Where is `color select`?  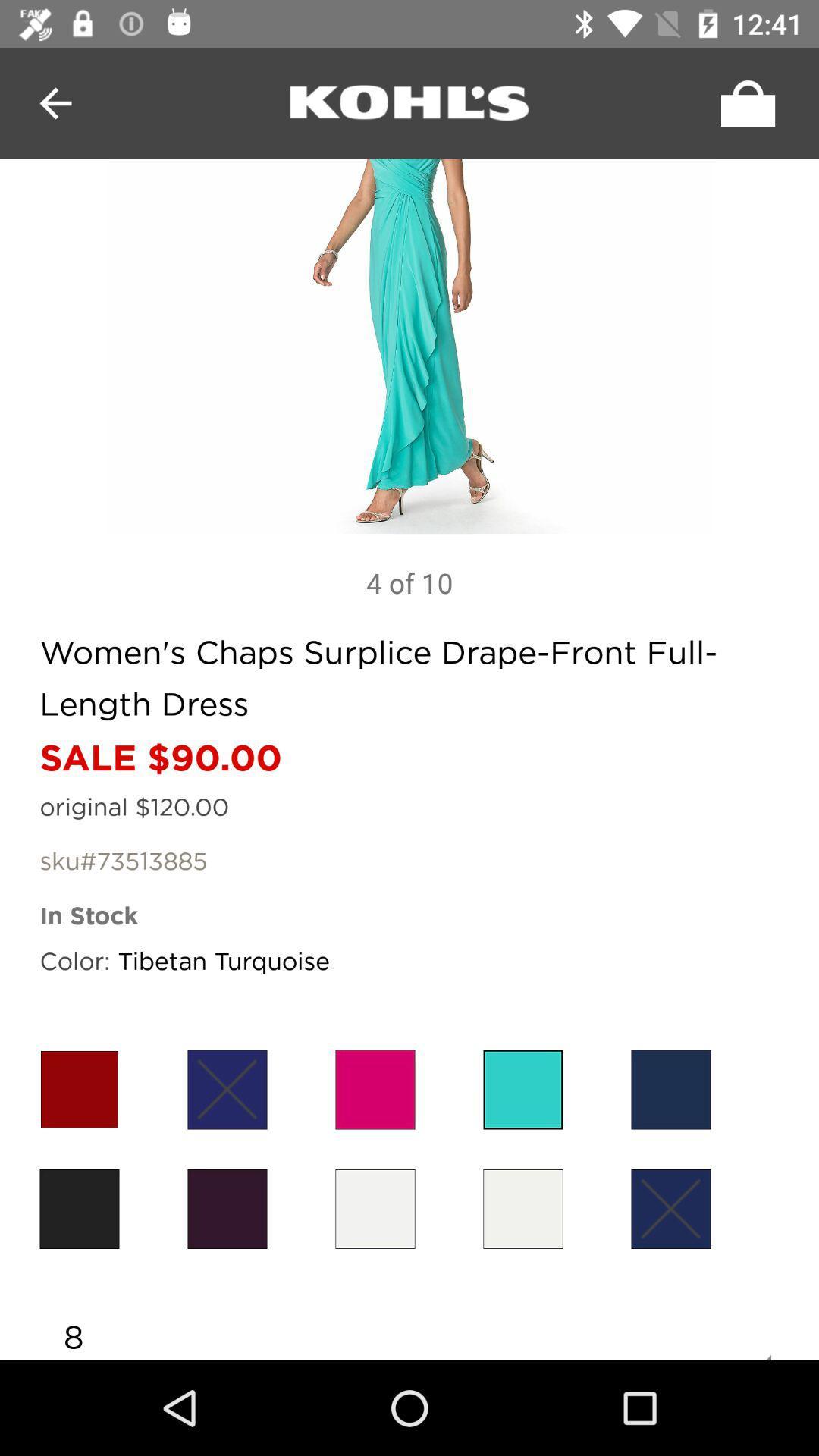 color select is located at coordinates (670, 1208).